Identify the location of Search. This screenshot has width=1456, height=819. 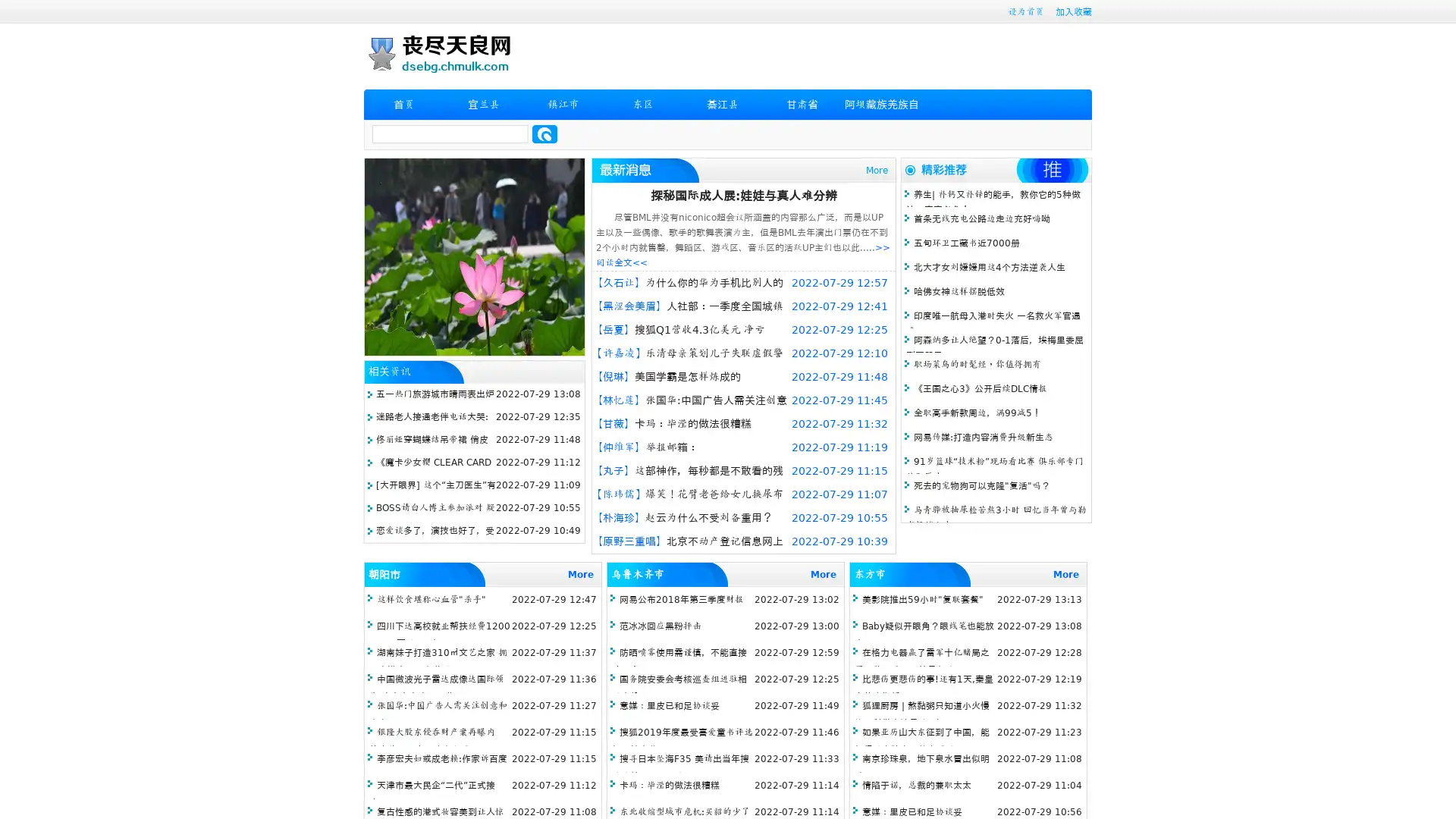
(544, 133).